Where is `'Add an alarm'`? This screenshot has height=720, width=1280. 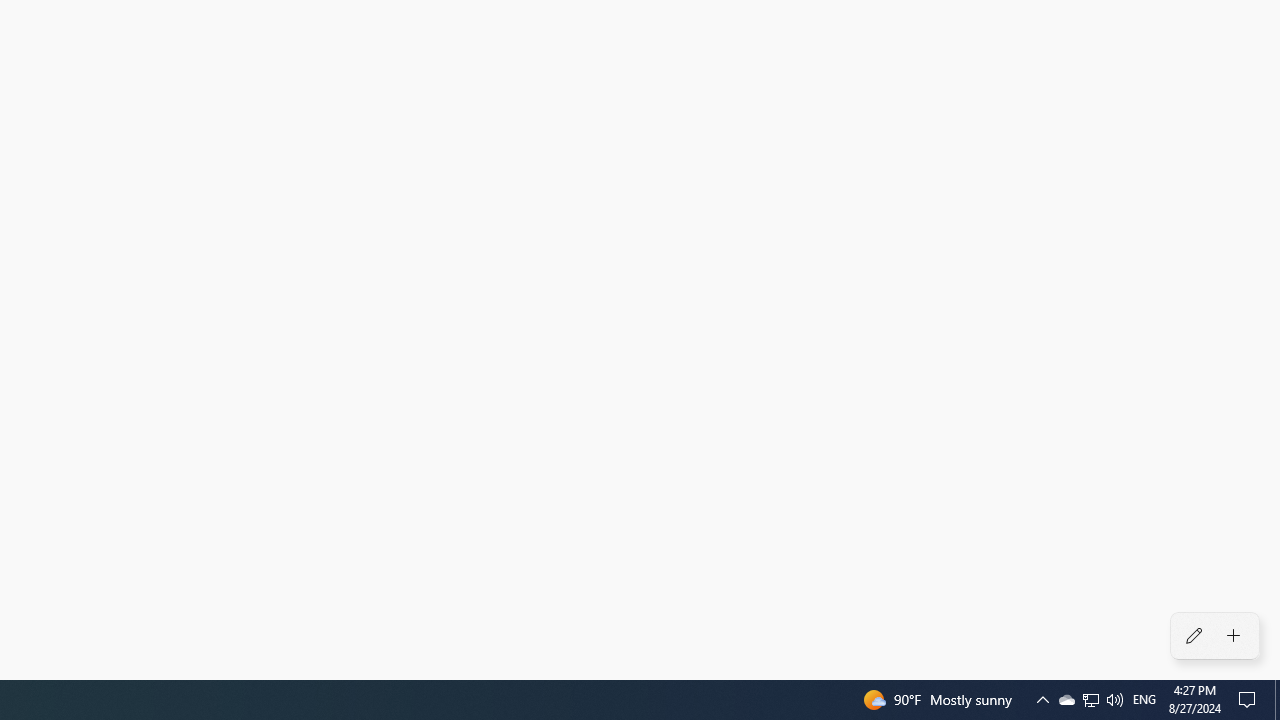
'Add an alarm' is located at coordinates (1232, 636).